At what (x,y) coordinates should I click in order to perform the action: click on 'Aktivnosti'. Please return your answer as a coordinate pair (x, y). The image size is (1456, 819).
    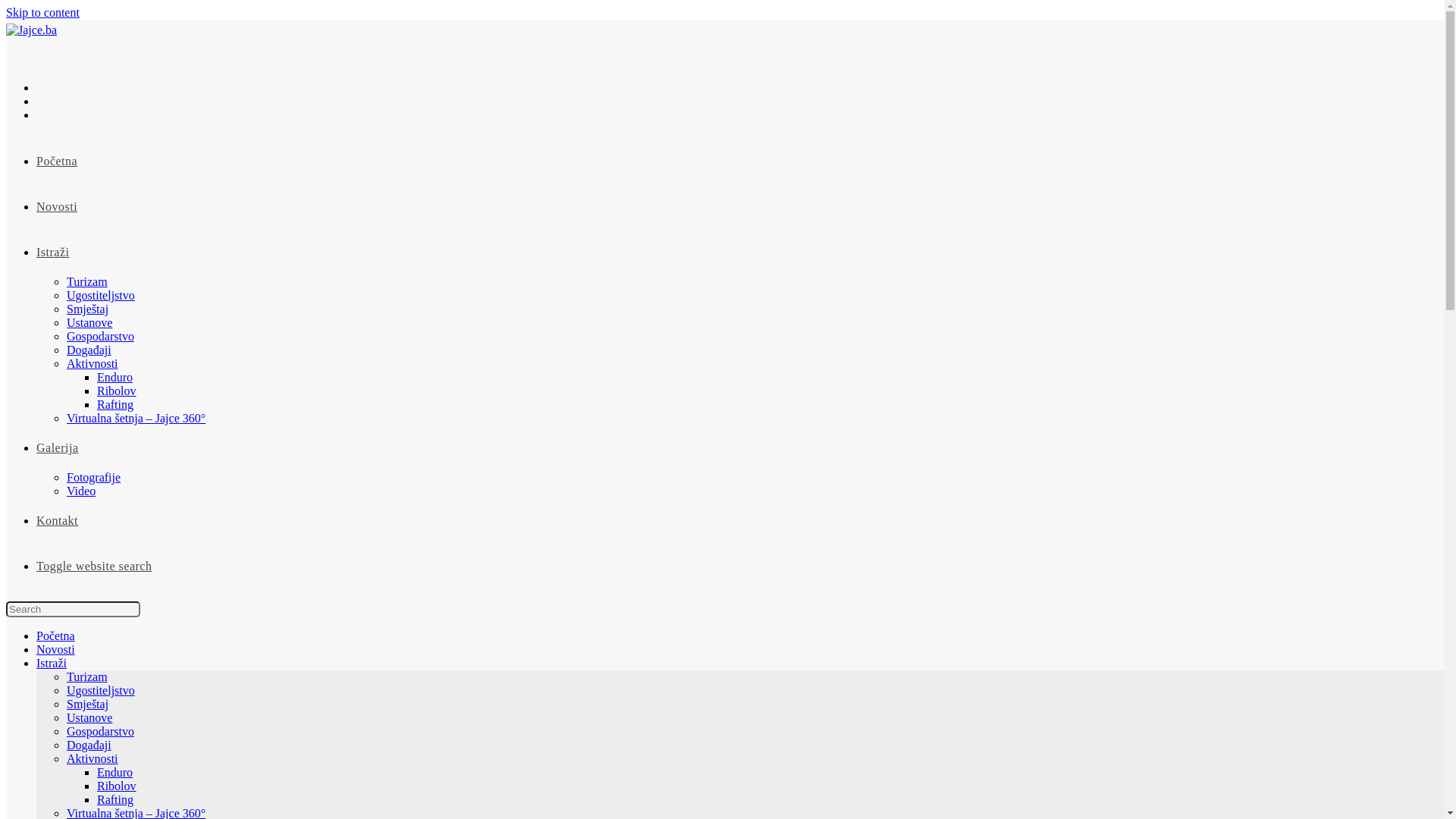
    Looking at the image, I should click on (91, 758).